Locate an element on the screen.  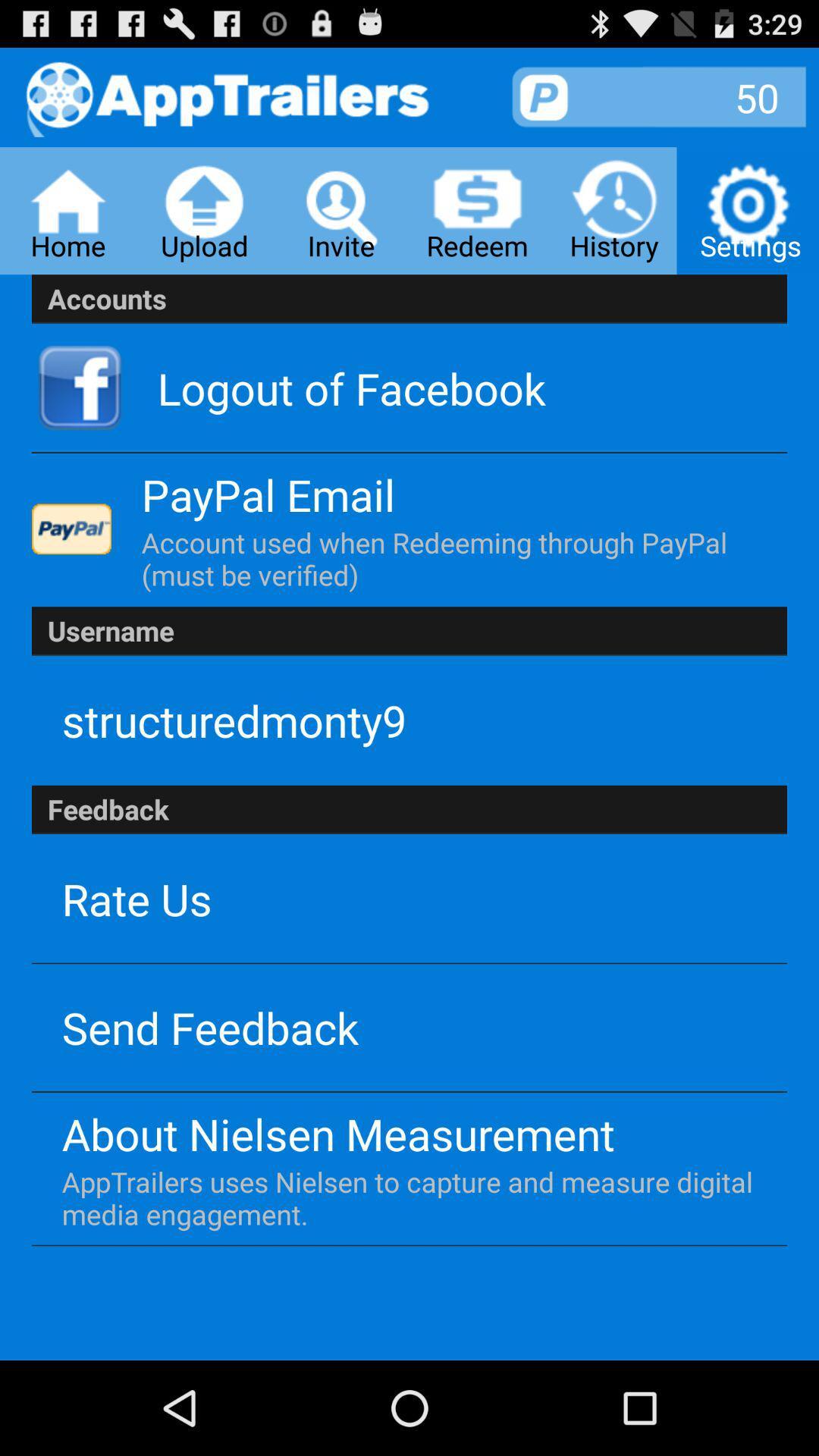
app below username icon is located at coordinates (234, 719).